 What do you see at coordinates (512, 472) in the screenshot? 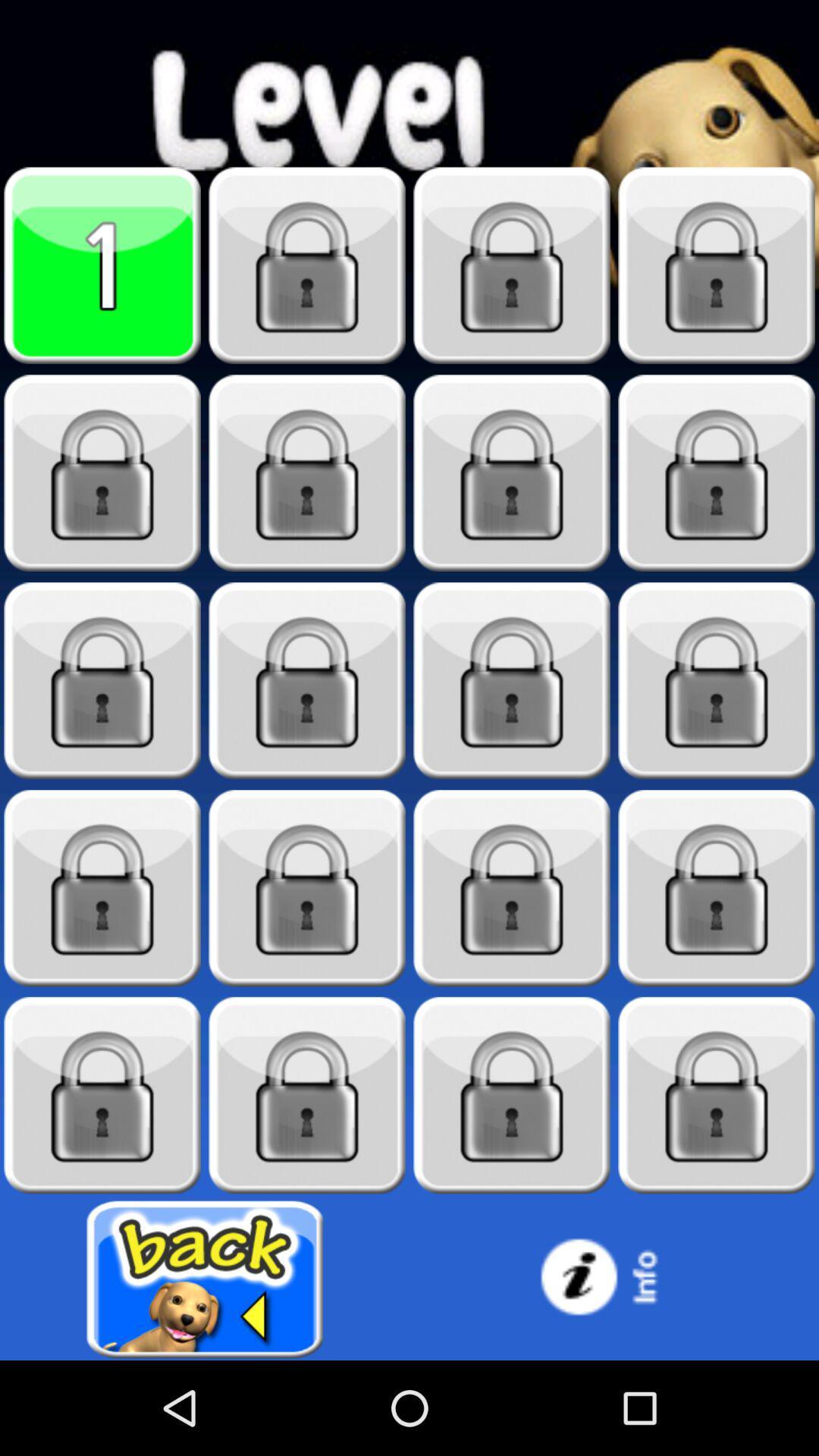
I see `random padlock option` at bounding box center [512, 472].